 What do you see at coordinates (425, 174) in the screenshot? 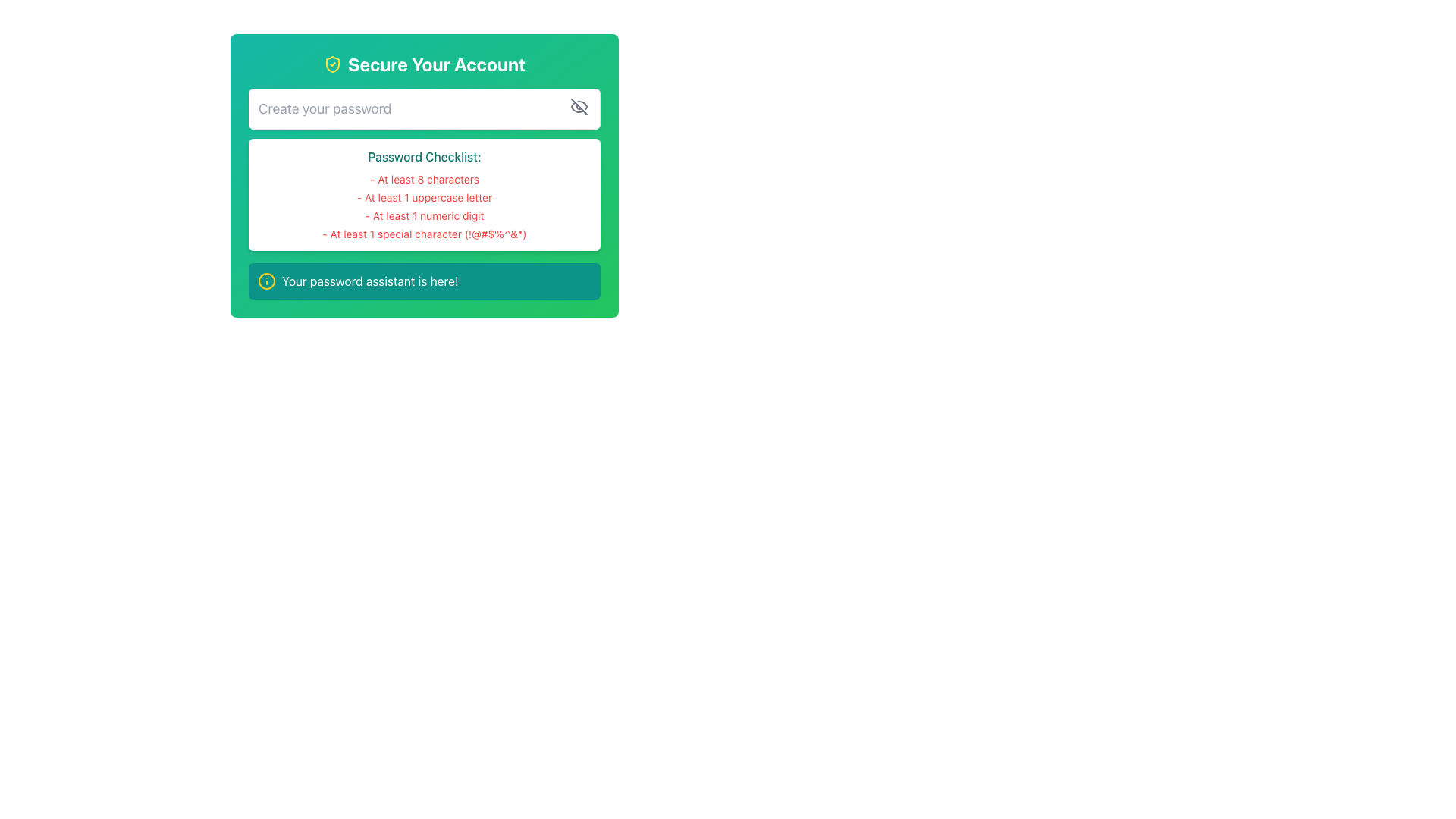
I see `password checklist displayed in the white box below the input field in the 'Secure Your Account' component to verify password criteria` at bounding box center [425, 174].